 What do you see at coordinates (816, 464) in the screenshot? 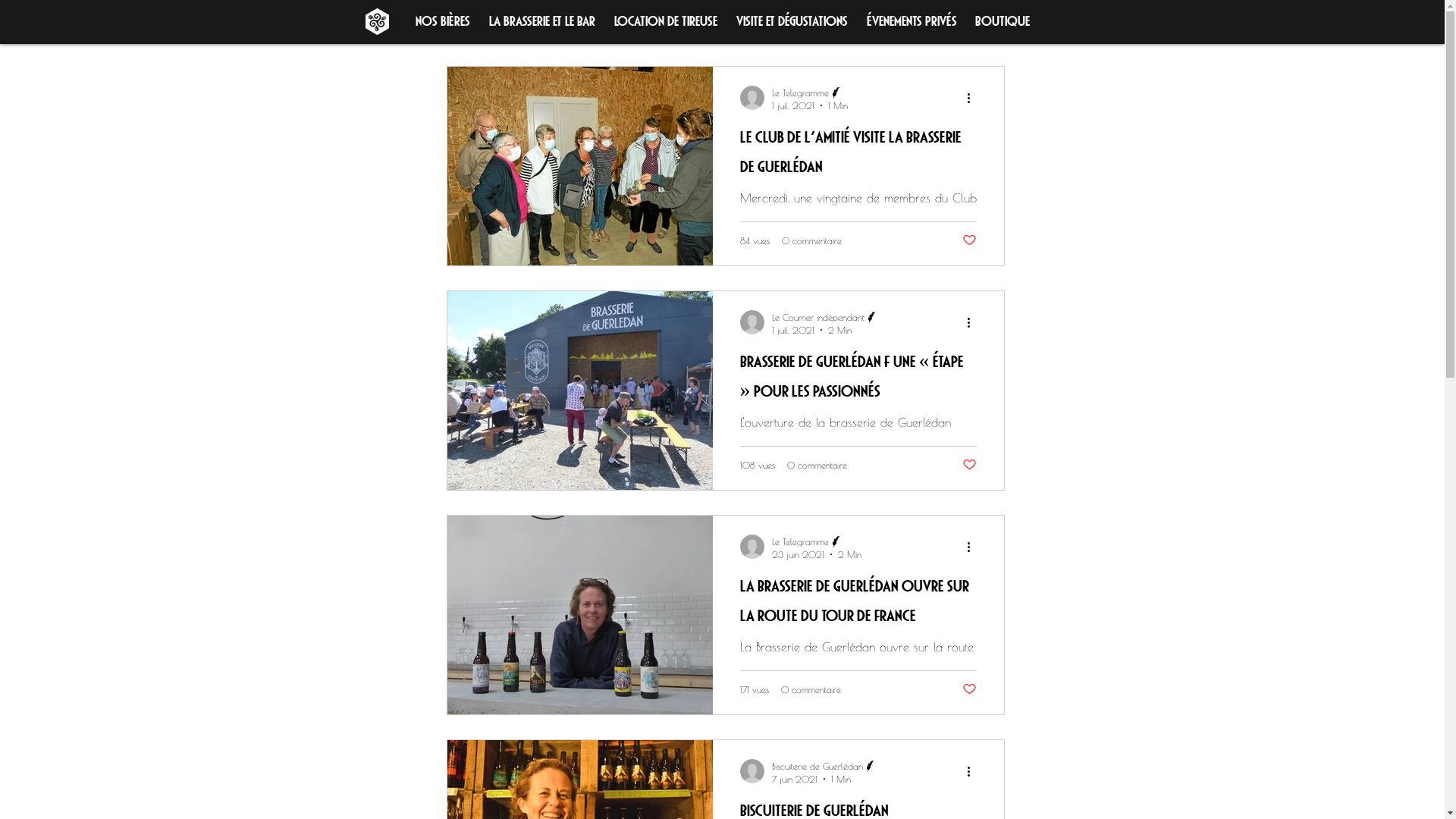
I see `'0 commentaire'` at bounding box center [816, 464].